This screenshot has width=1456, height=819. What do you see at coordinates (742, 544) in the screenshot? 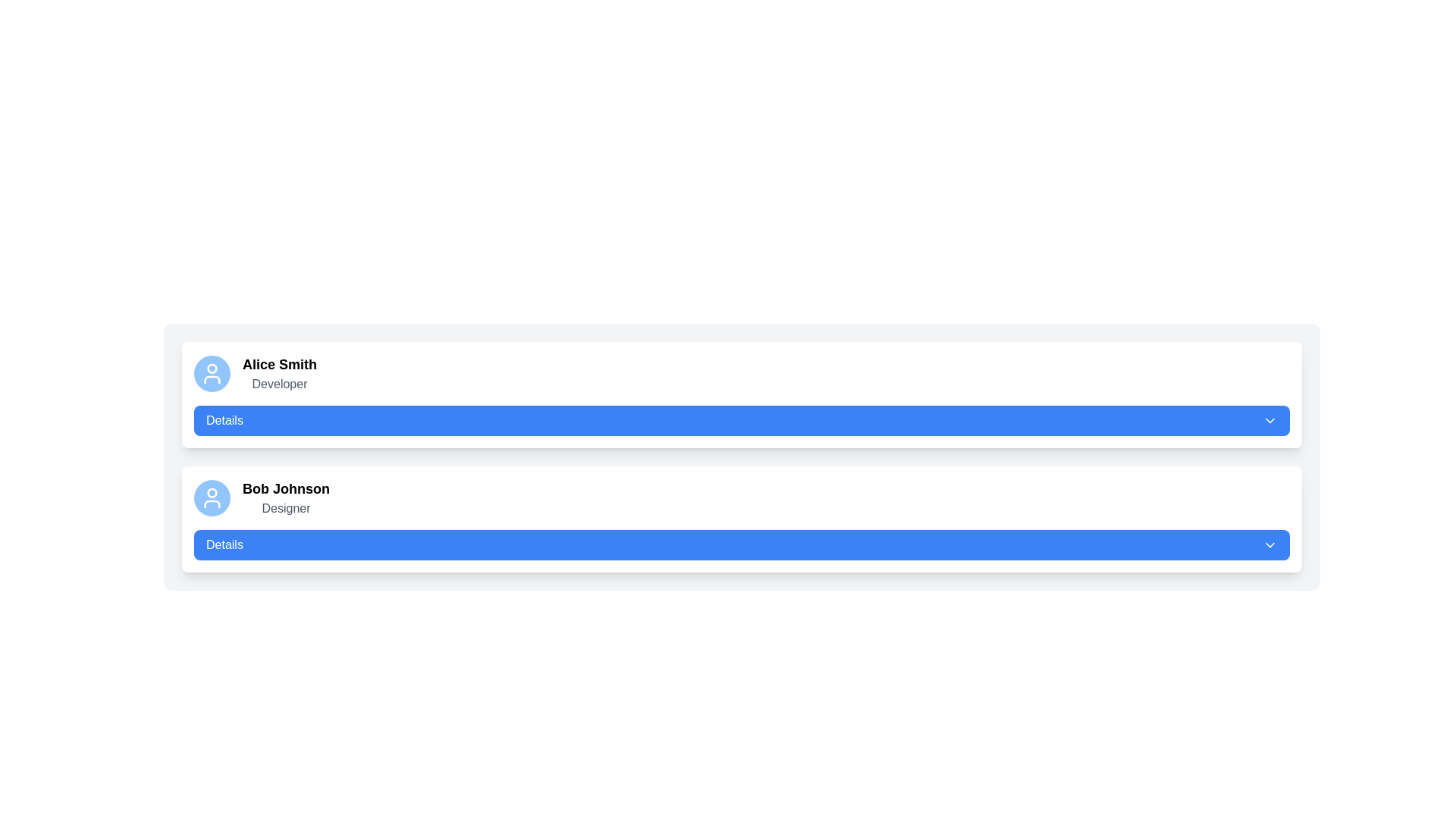
I see `the blue button labeled 'Details' with rounded edges` at bounding box center [742, 544].